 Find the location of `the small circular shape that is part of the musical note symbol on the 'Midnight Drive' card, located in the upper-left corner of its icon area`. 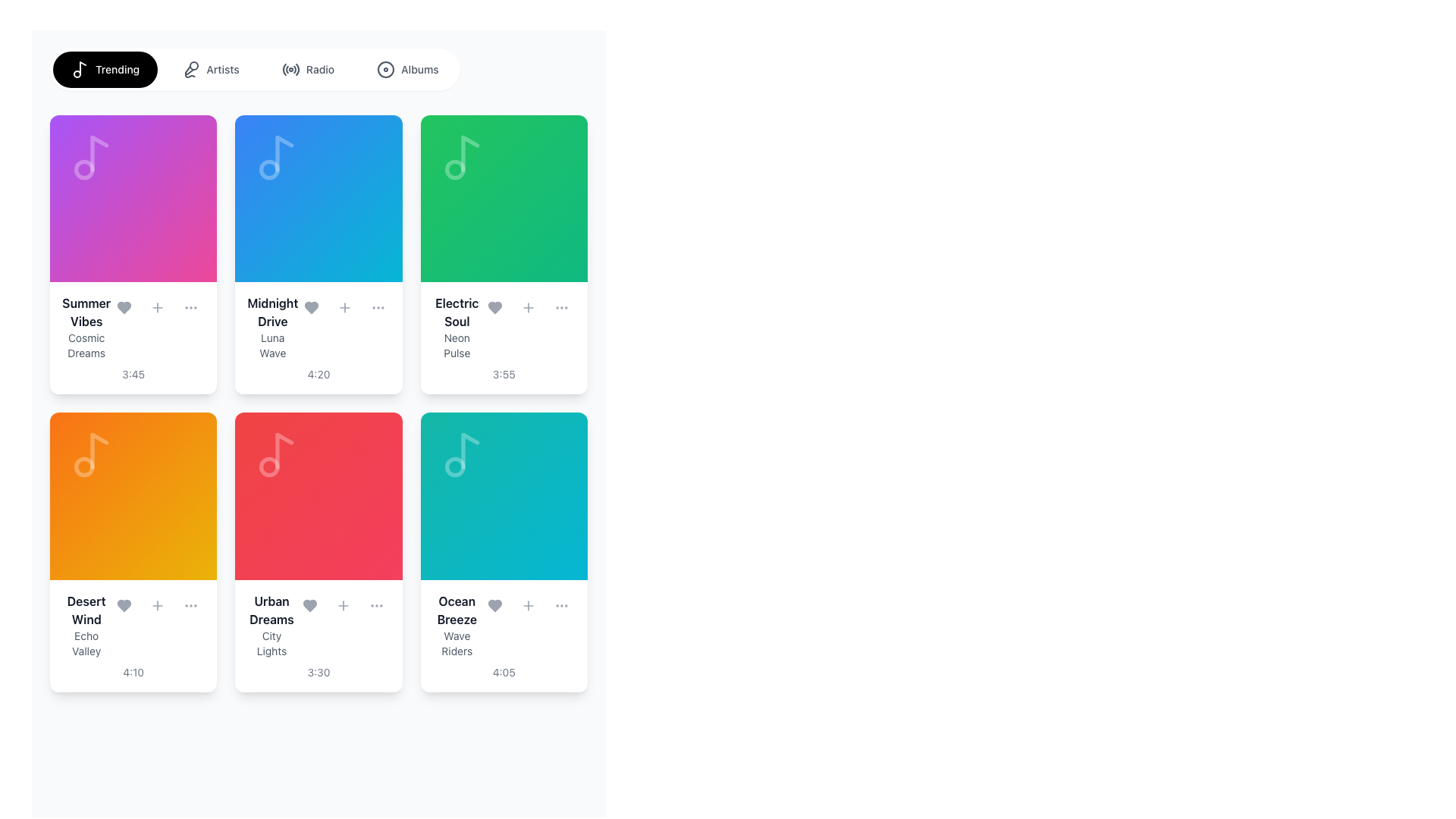

the small circular shape that is part of the musical note symbol on the 'Midnight Drive' card, located in the upper-left corner of its icon area is located at coordinates (269, 169).